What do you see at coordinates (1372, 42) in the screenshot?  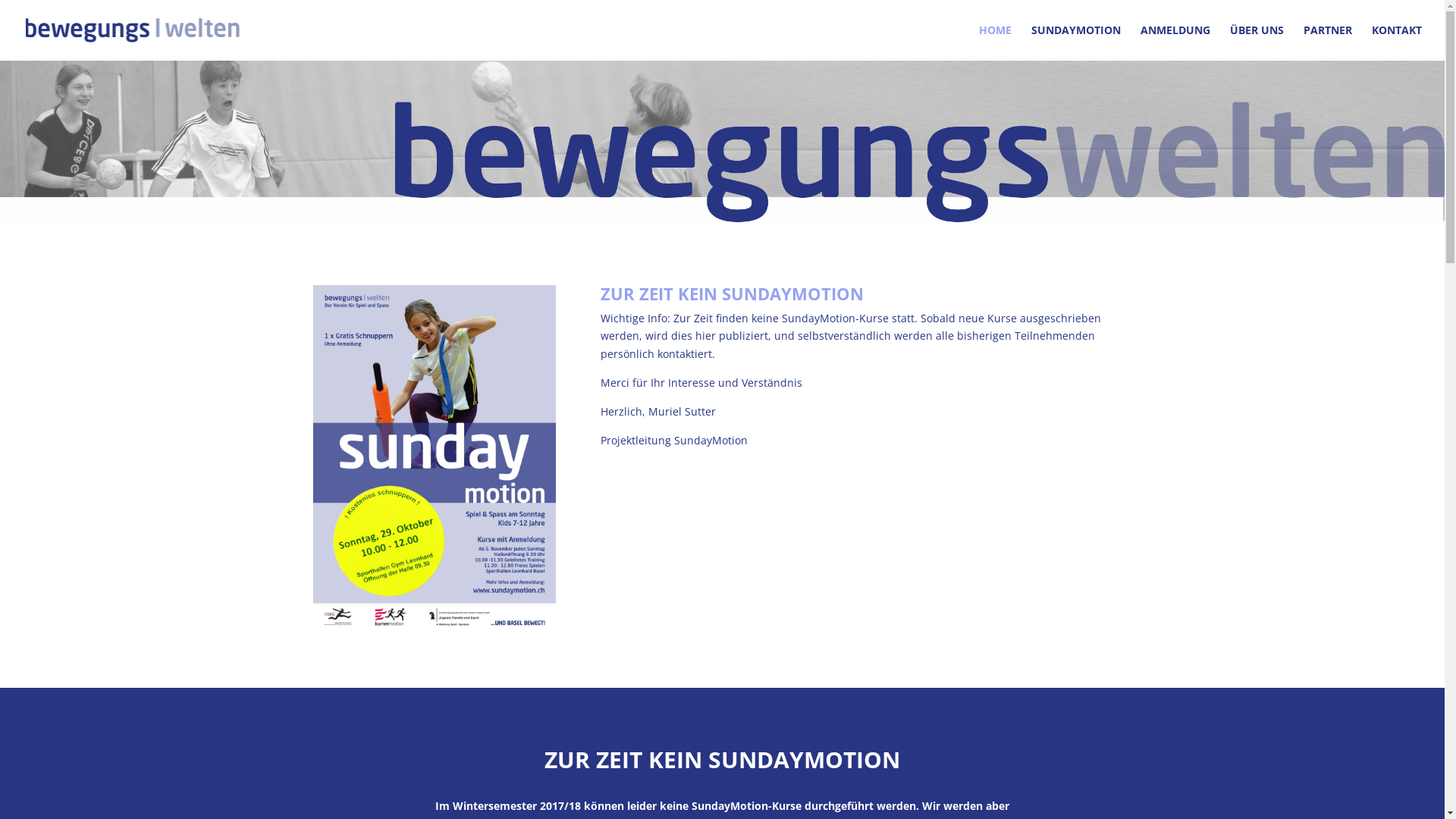 I see `'KONTAKT'` at bounding box center [1372, 42].